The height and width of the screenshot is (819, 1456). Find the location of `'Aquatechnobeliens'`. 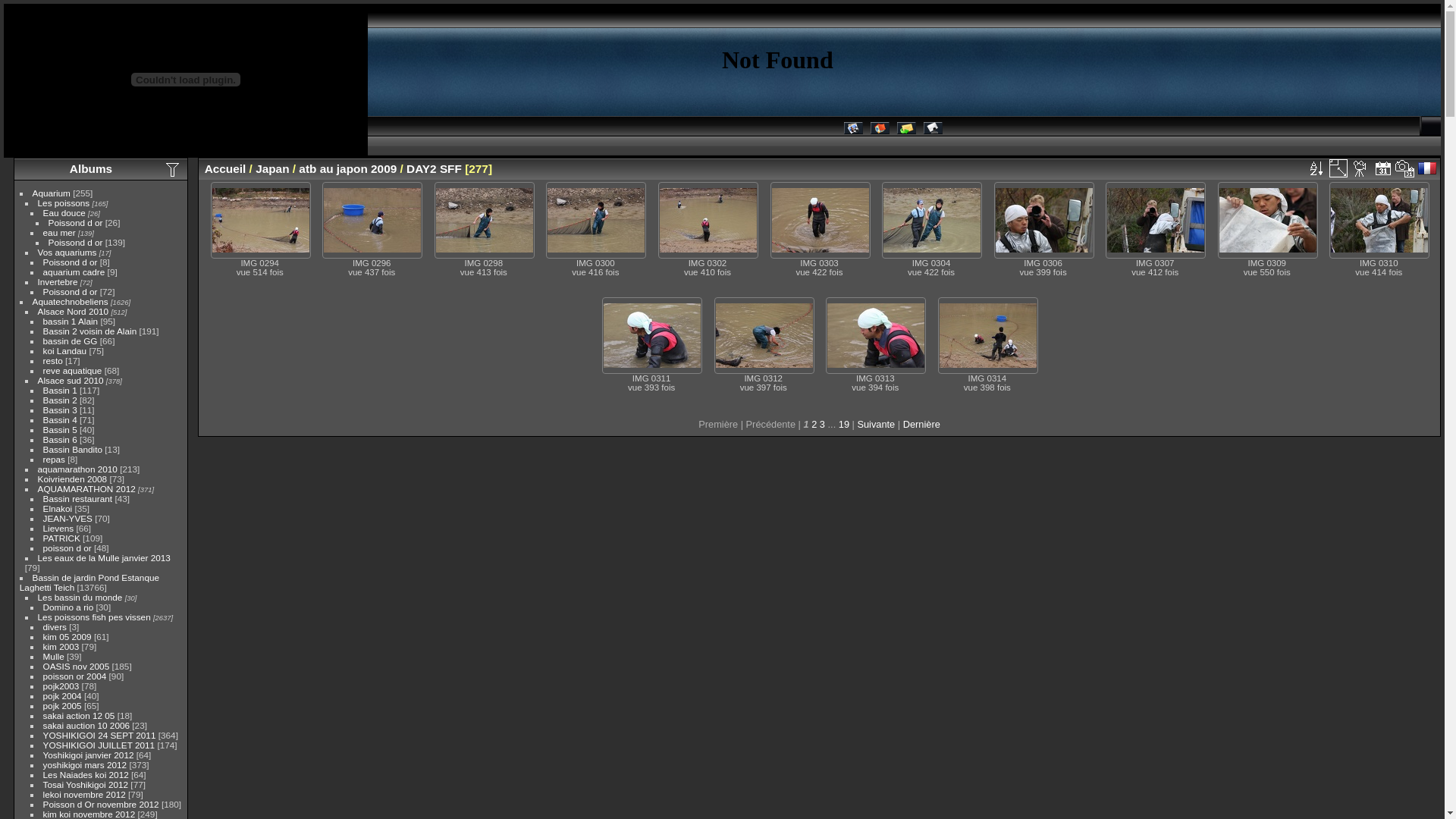

'Aquatechnobeliens' is located at coordinates (69, 301).